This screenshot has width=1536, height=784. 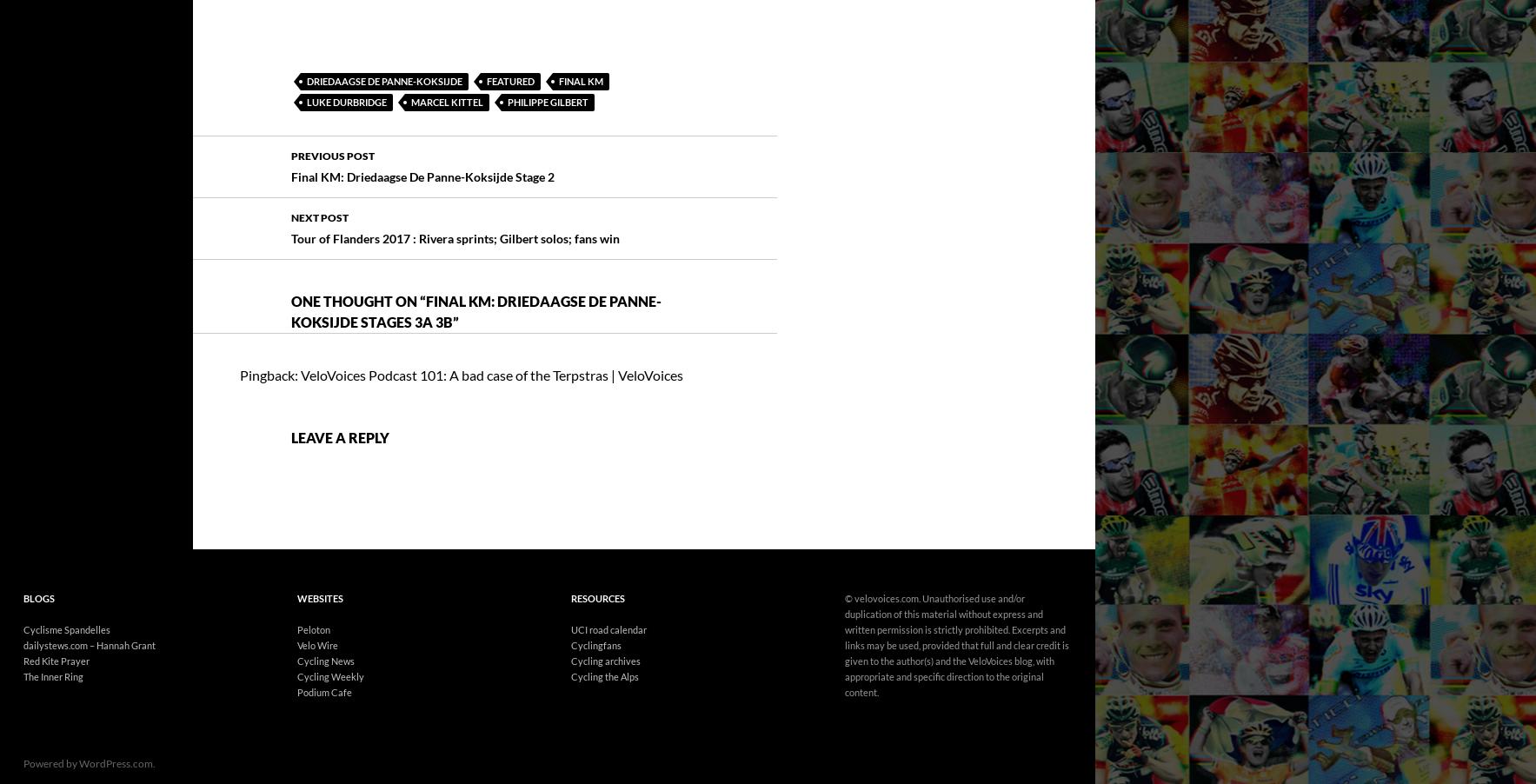 What do you see at coordinates (475, 262) in the screenshot?
I see `'Final KM: Driedaagse De Panne-Koksijde Stages 3a 3b'` at bounding box center [475, 262].